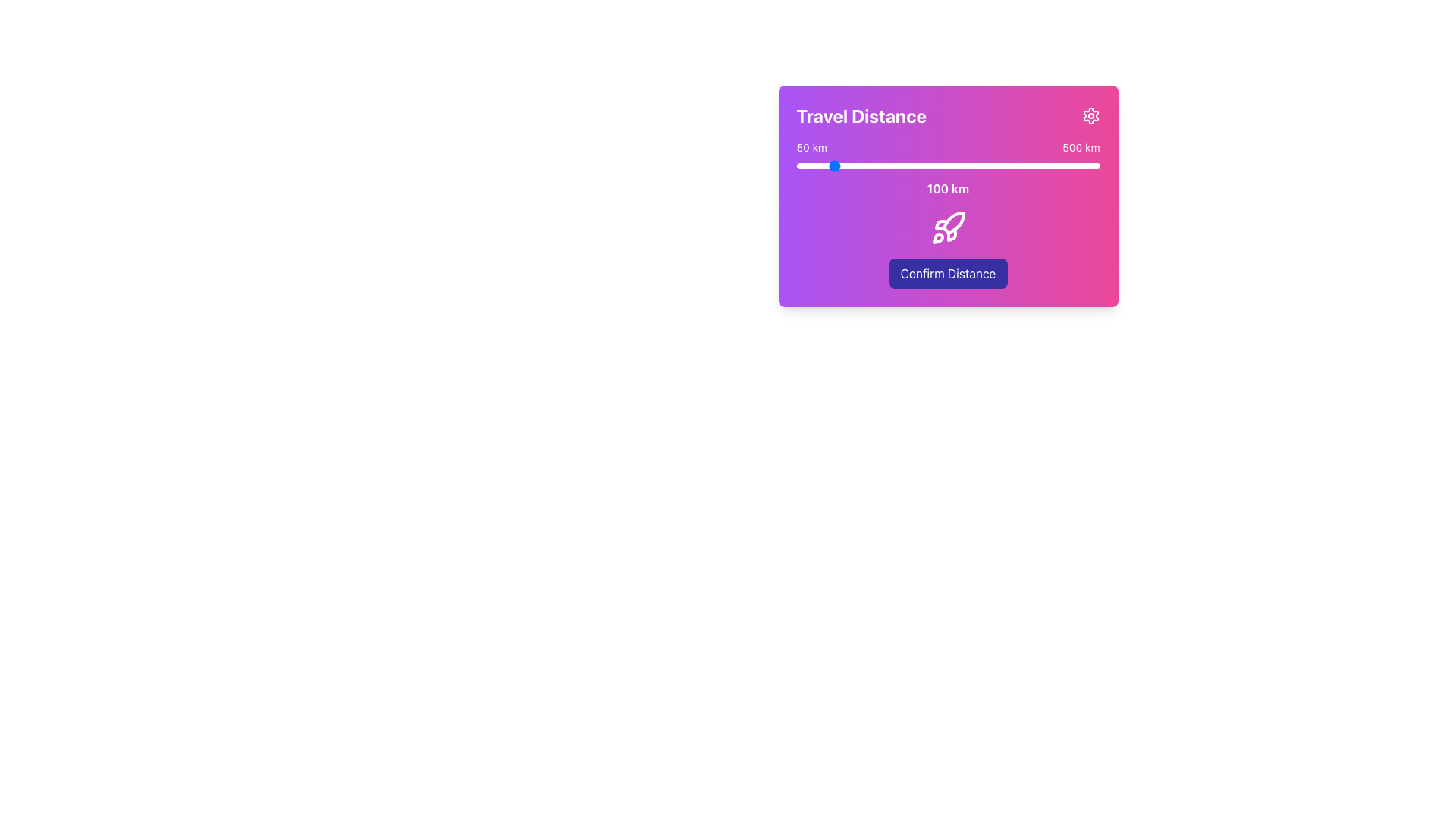 This screenshot has height=819, width=1456. What do you see at coordinates (977, 166) in the screenshot?
I see `the travel distance` at bounding box center [977, 166].